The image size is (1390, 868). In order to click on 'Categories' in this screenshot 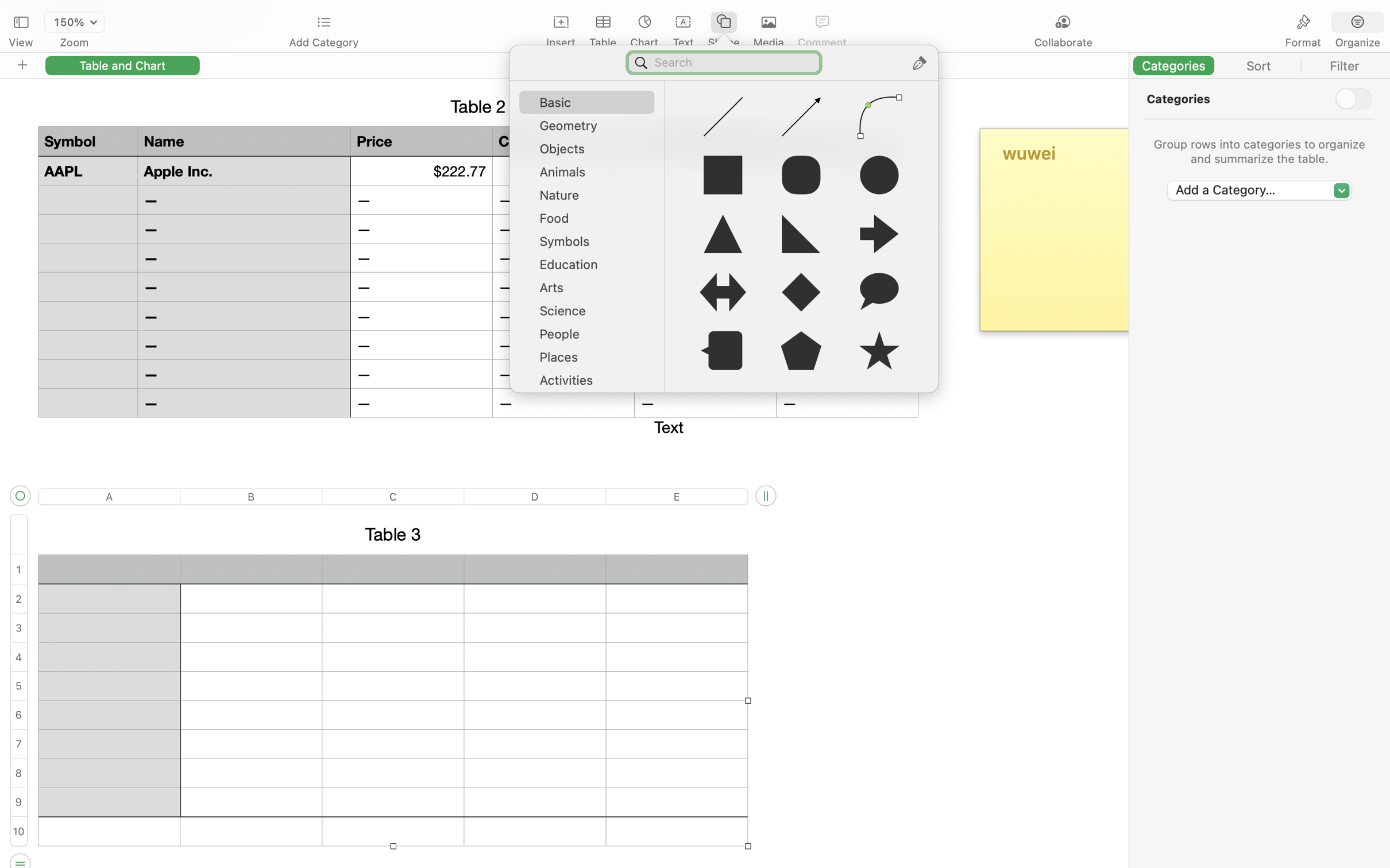, I will do `click(1177, 98)`.